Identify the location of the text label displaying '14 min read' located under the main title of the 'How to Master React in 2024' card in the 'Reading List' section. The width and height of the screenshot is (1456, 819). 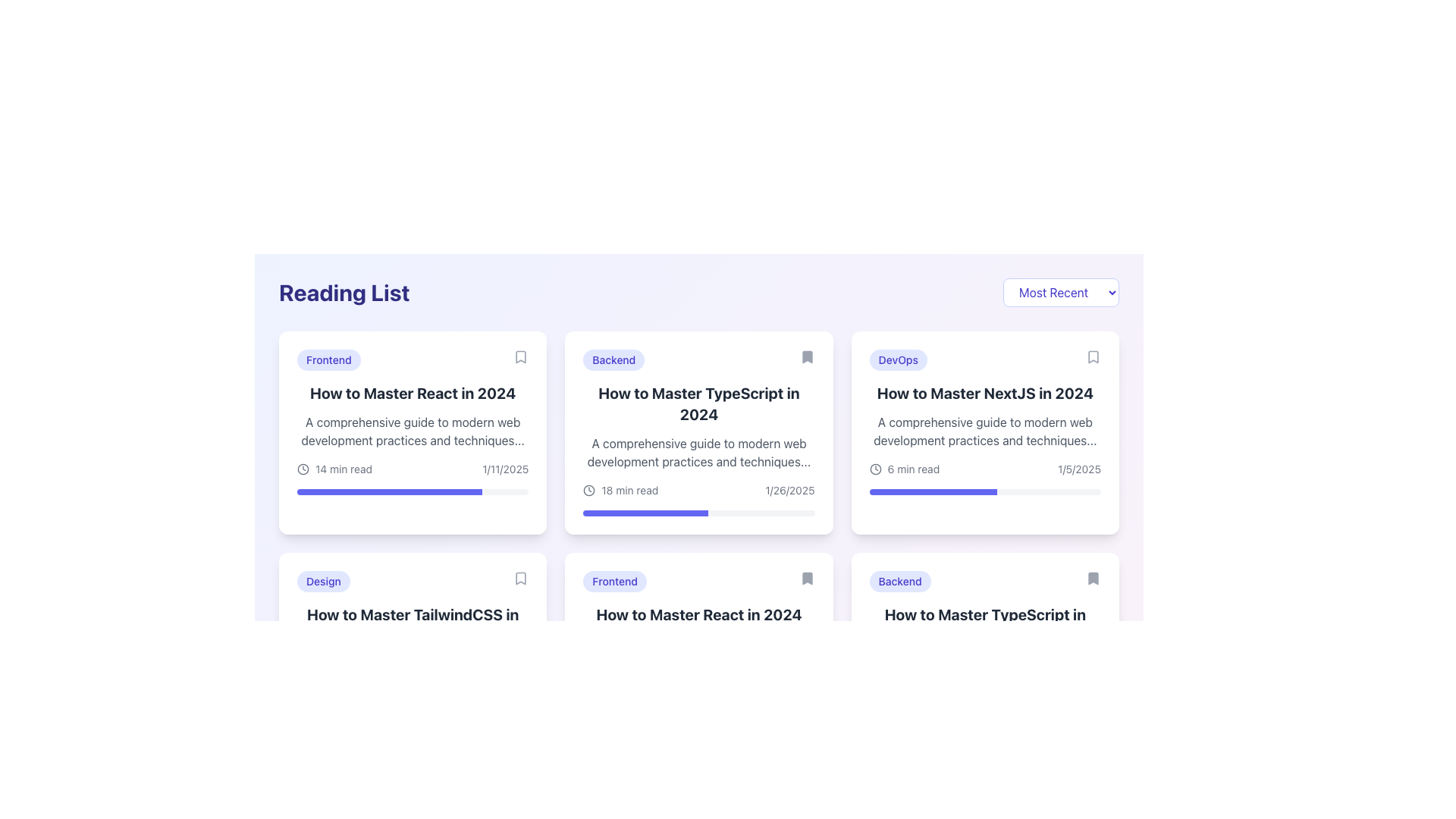
(343, 468).